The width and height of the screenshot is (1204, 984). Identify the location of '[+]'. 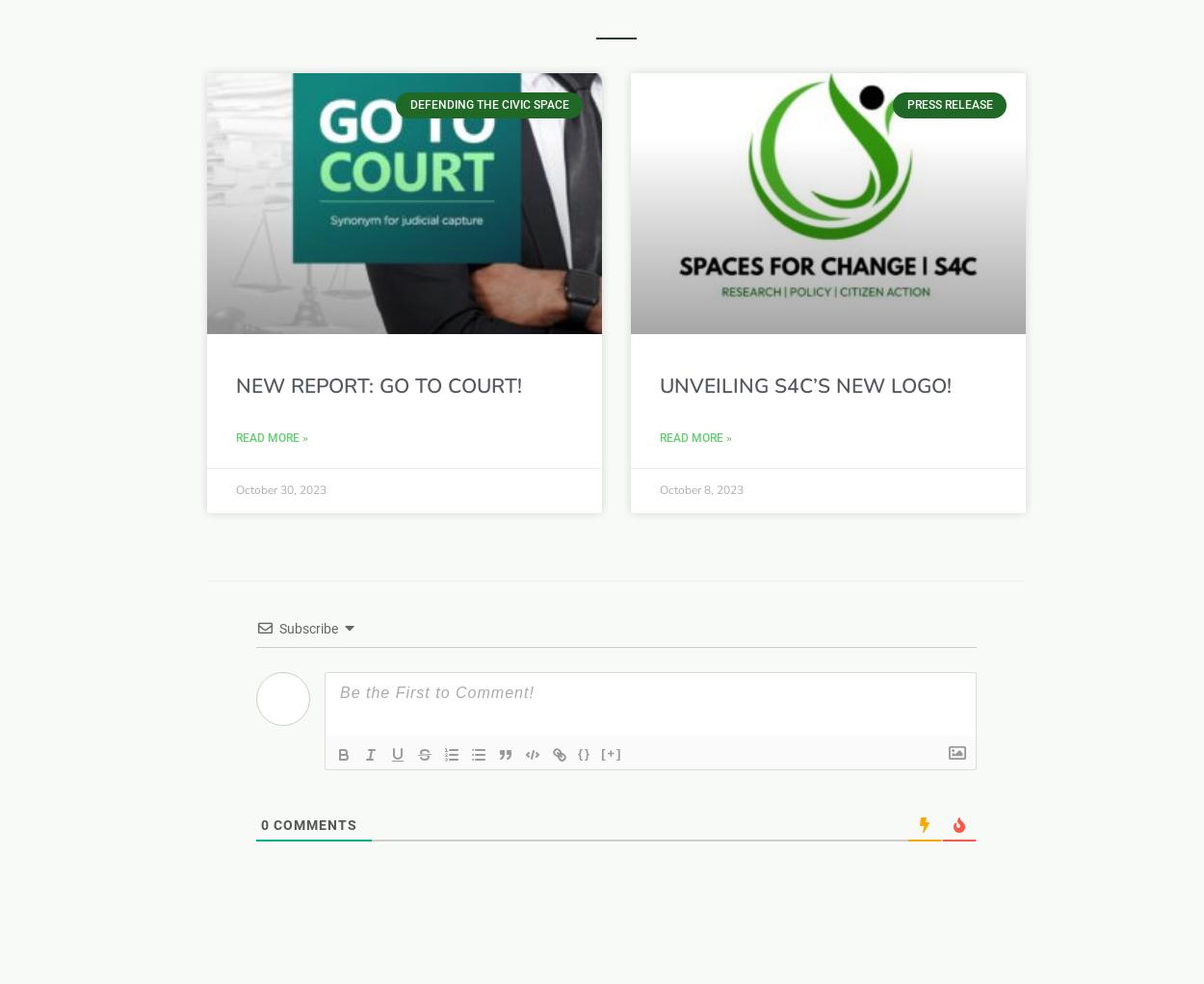
(612, 753).